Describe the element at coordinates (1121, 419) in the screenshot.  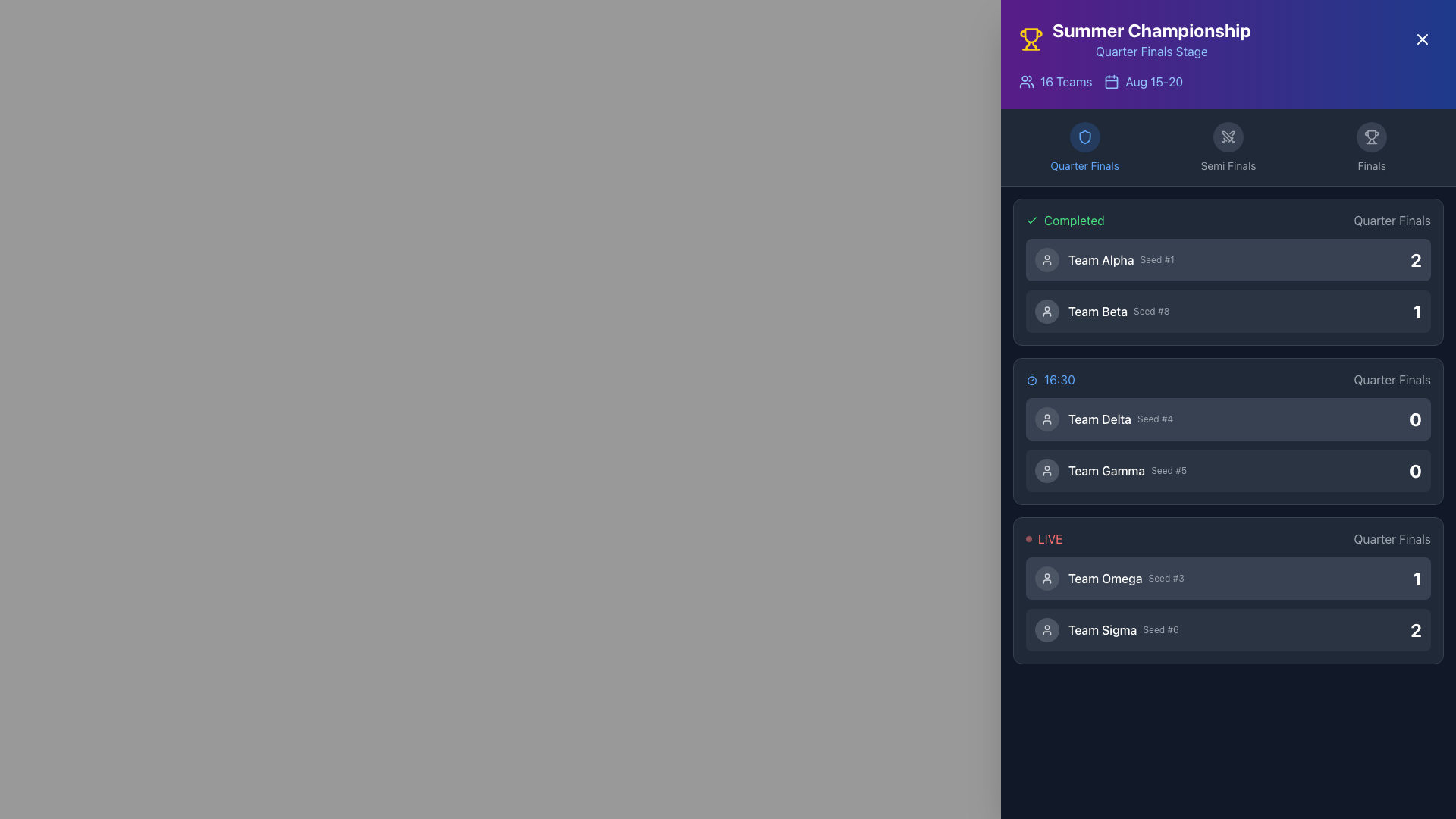
I see `displayed text of the 'Team Delta' label, which includes the team's name and seed number, located under the '16:30' section in the 'Quarter Finals' grouping` at that location.